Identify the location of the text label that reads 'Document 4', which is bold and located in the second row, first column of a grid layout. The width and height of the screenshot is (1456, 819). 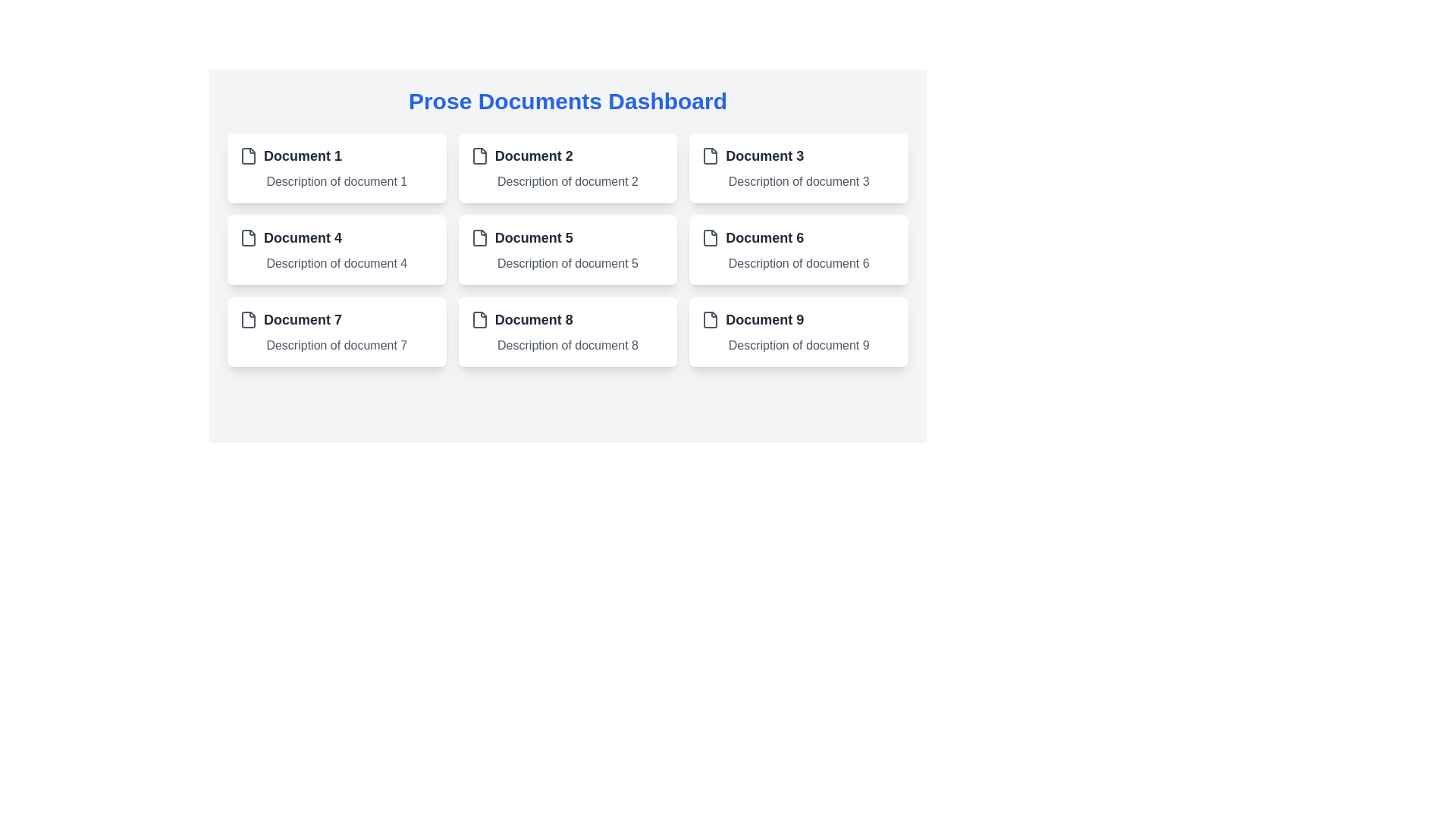
(336, 237).